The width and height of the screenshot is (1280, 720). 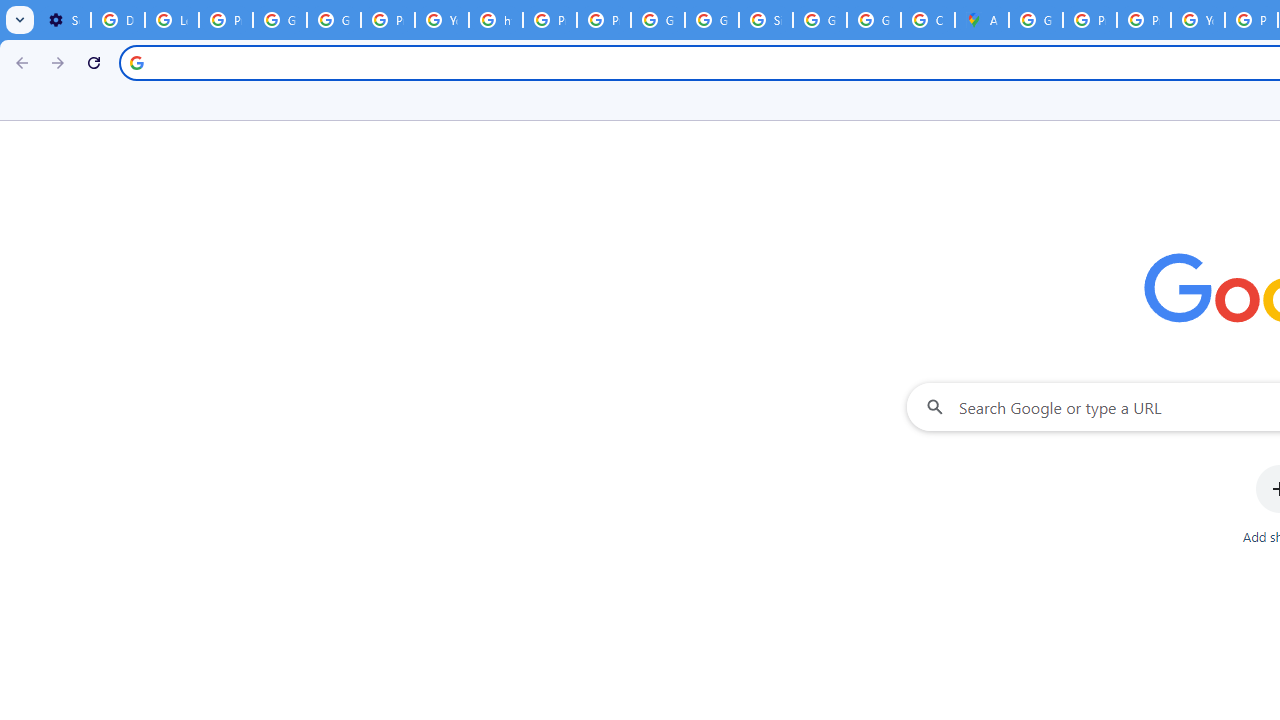 I want to click on 'Settings - Performance', so click(x=64, y=20).